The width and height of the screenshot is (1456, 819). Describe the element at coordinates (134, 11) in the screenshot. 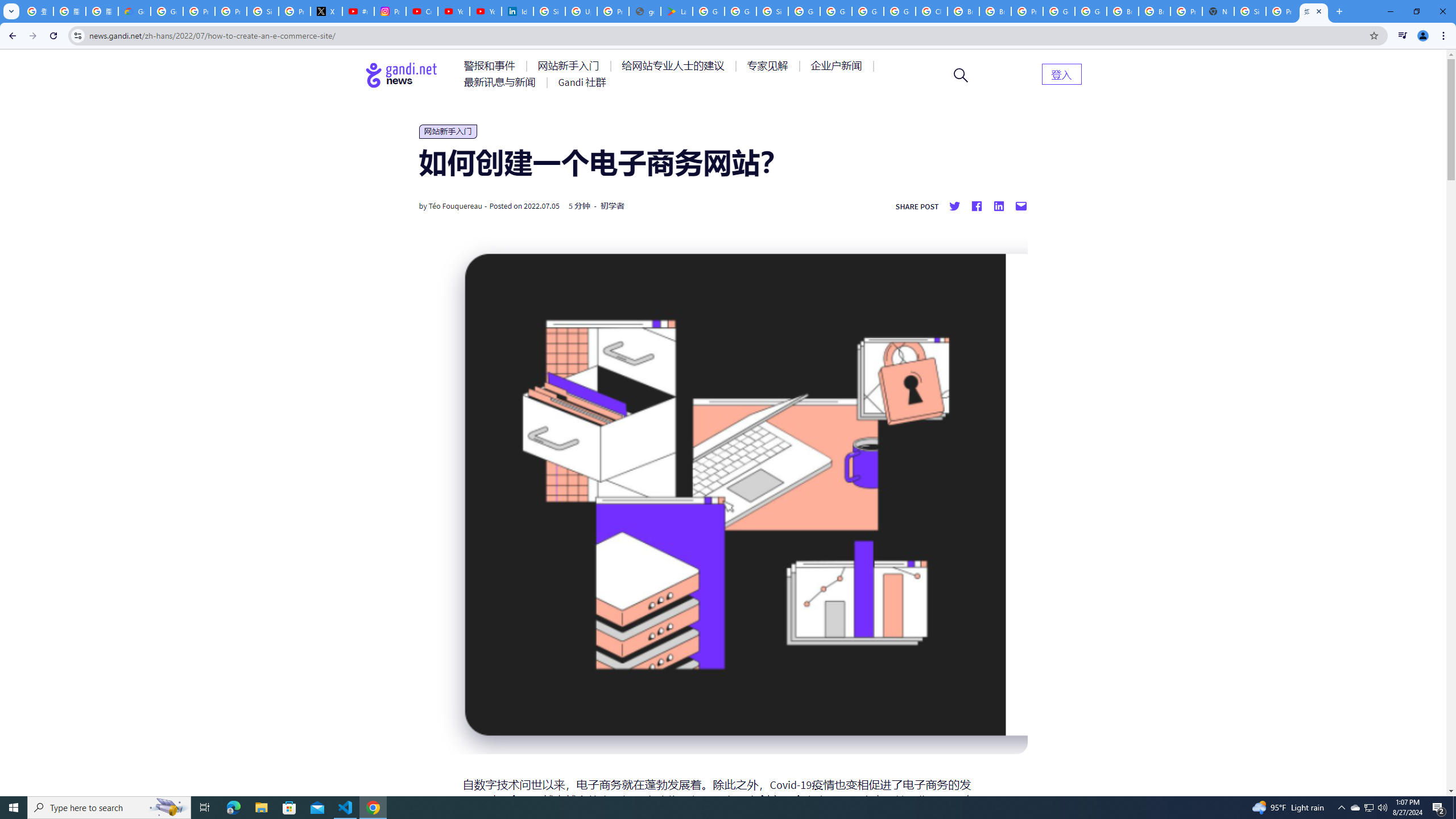

I see `'Google Cloud Privacy Notice'` at that location.